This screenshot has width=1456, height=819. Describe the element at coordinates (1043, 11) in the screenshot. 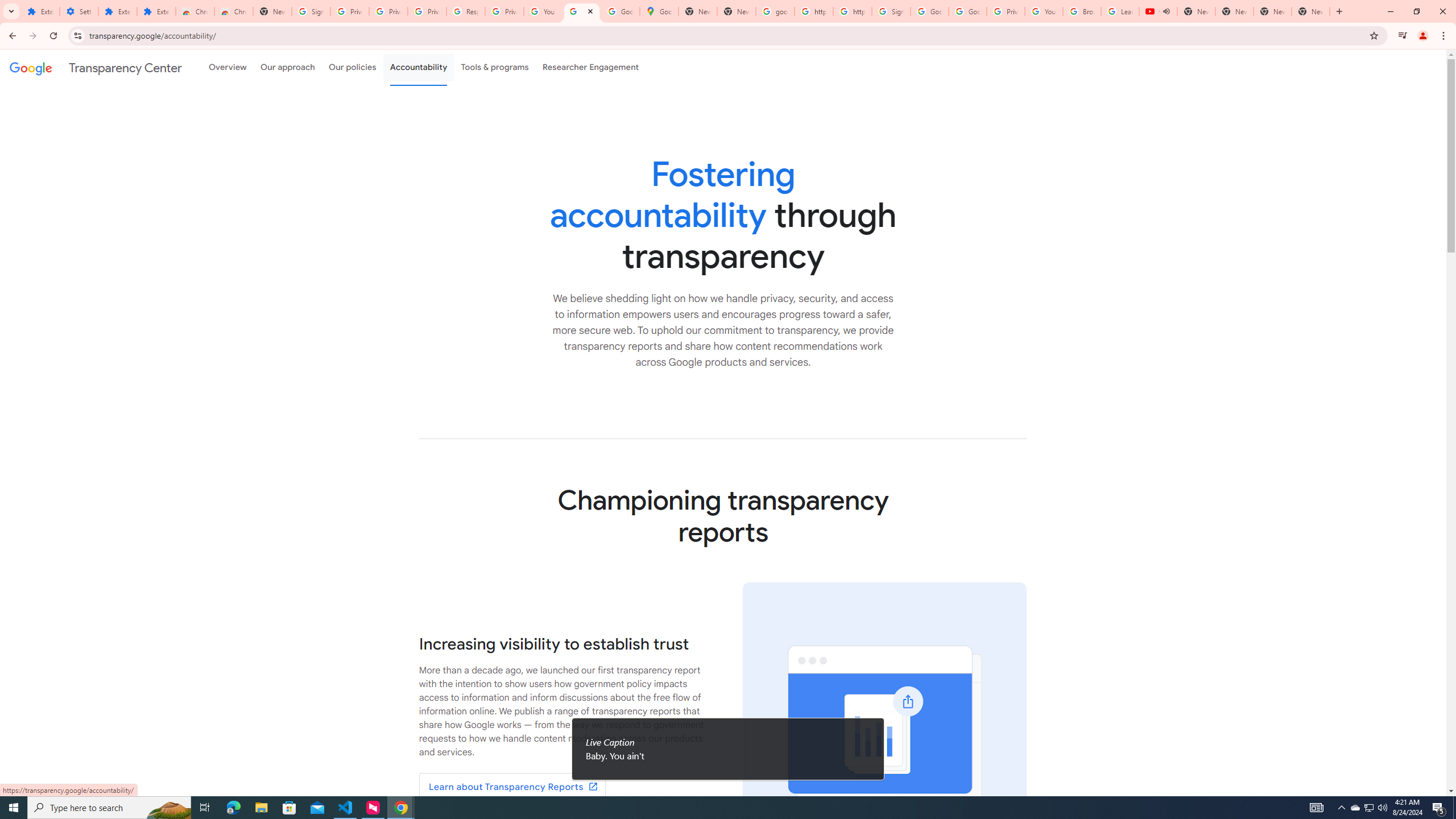

I see `'YouTube'` at that location.